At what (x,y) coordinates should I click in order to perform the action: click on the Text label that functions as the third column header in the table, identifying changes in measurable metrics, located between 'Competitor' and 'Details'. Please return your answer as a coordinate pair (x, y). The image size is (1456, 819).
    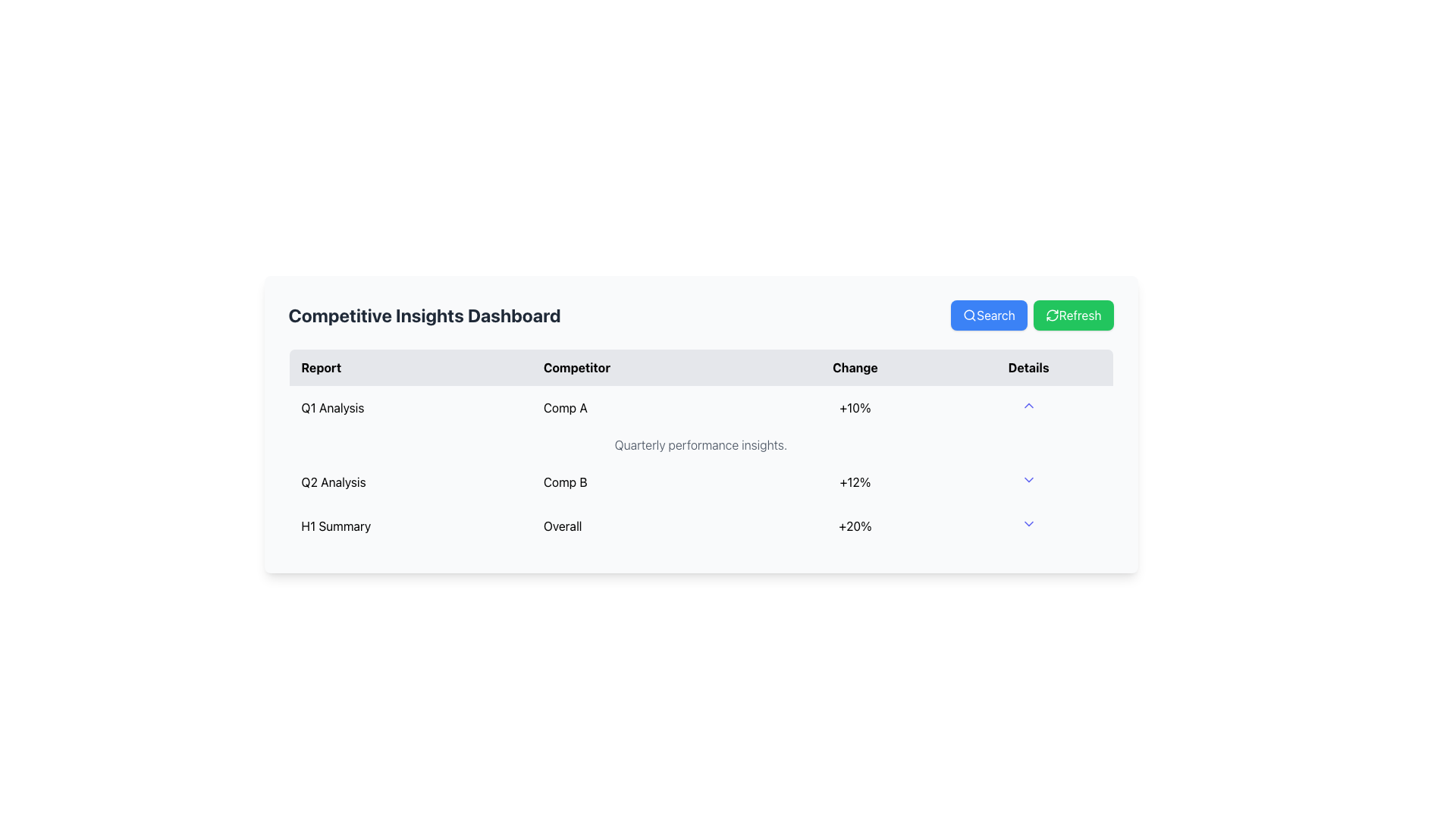
    Looking at the image, I should click on (855, 367).